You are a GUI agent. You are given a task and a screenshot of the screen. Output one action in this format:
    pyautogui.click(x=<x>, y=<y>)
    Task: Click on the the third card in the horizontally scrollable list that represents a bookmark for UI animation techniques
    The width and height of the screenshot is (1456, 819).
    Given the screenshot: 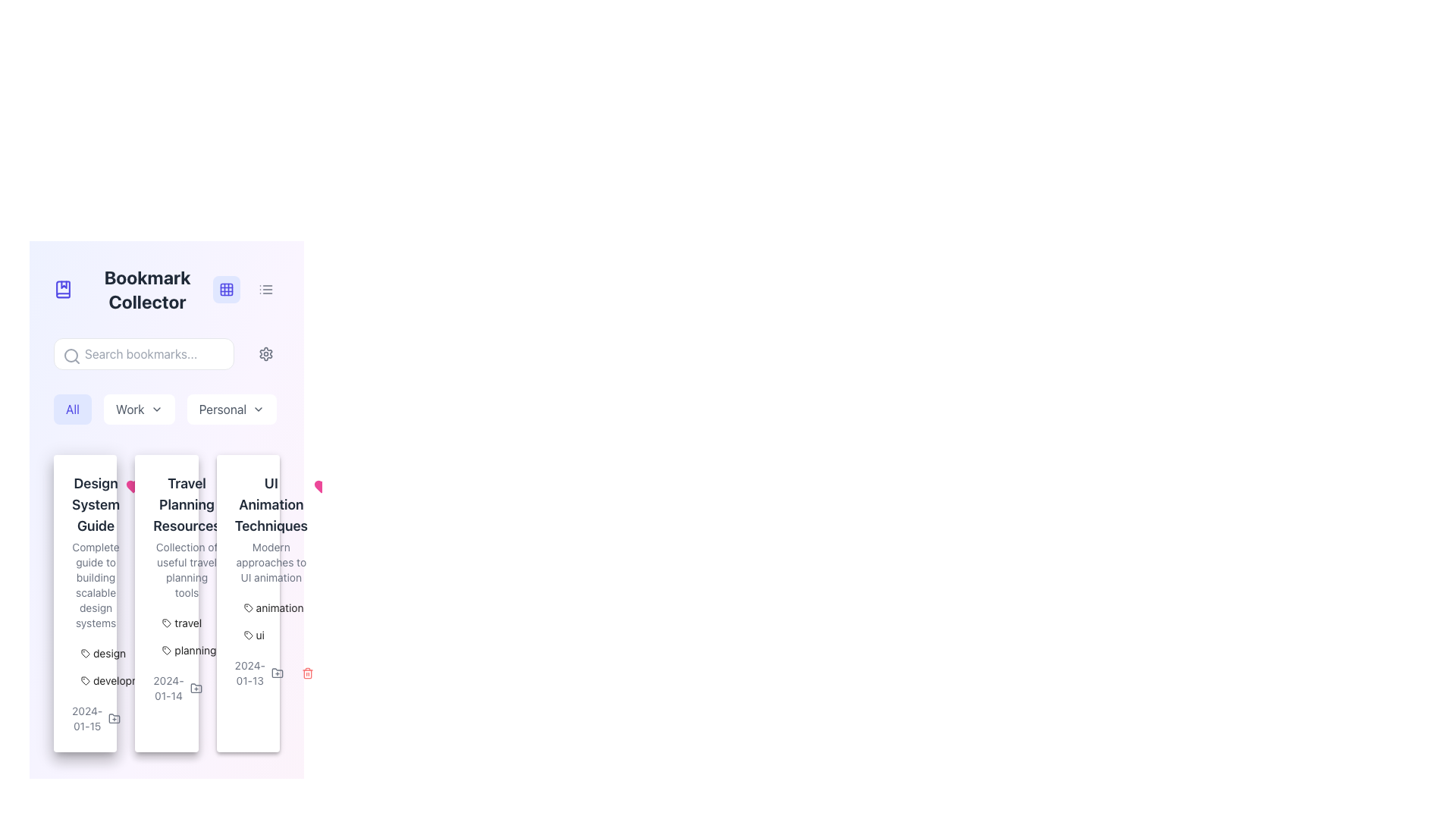 What is the action you would take?
    pyautogui.click(x=271, y=529)
    